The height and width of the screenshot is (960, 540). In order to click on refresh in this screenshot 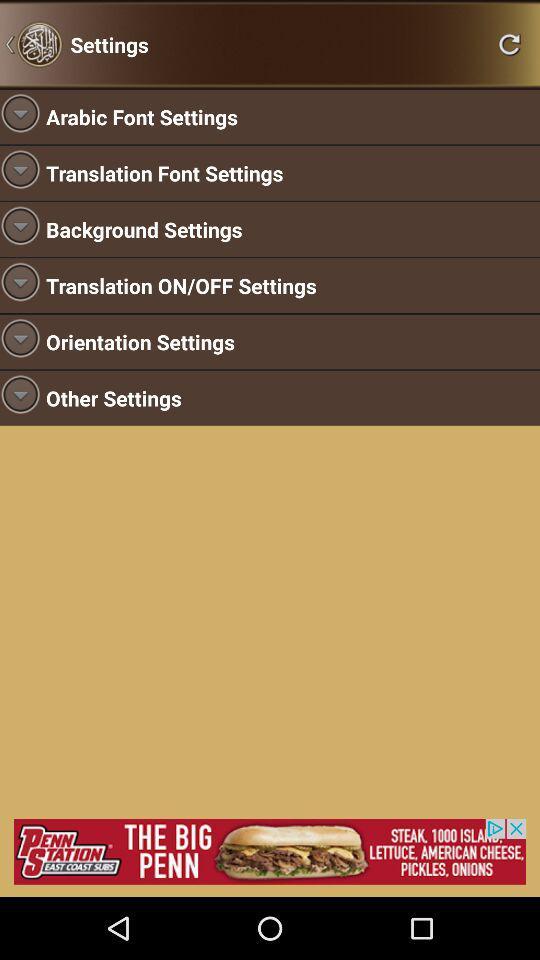, I will do `click(509, 43)`.